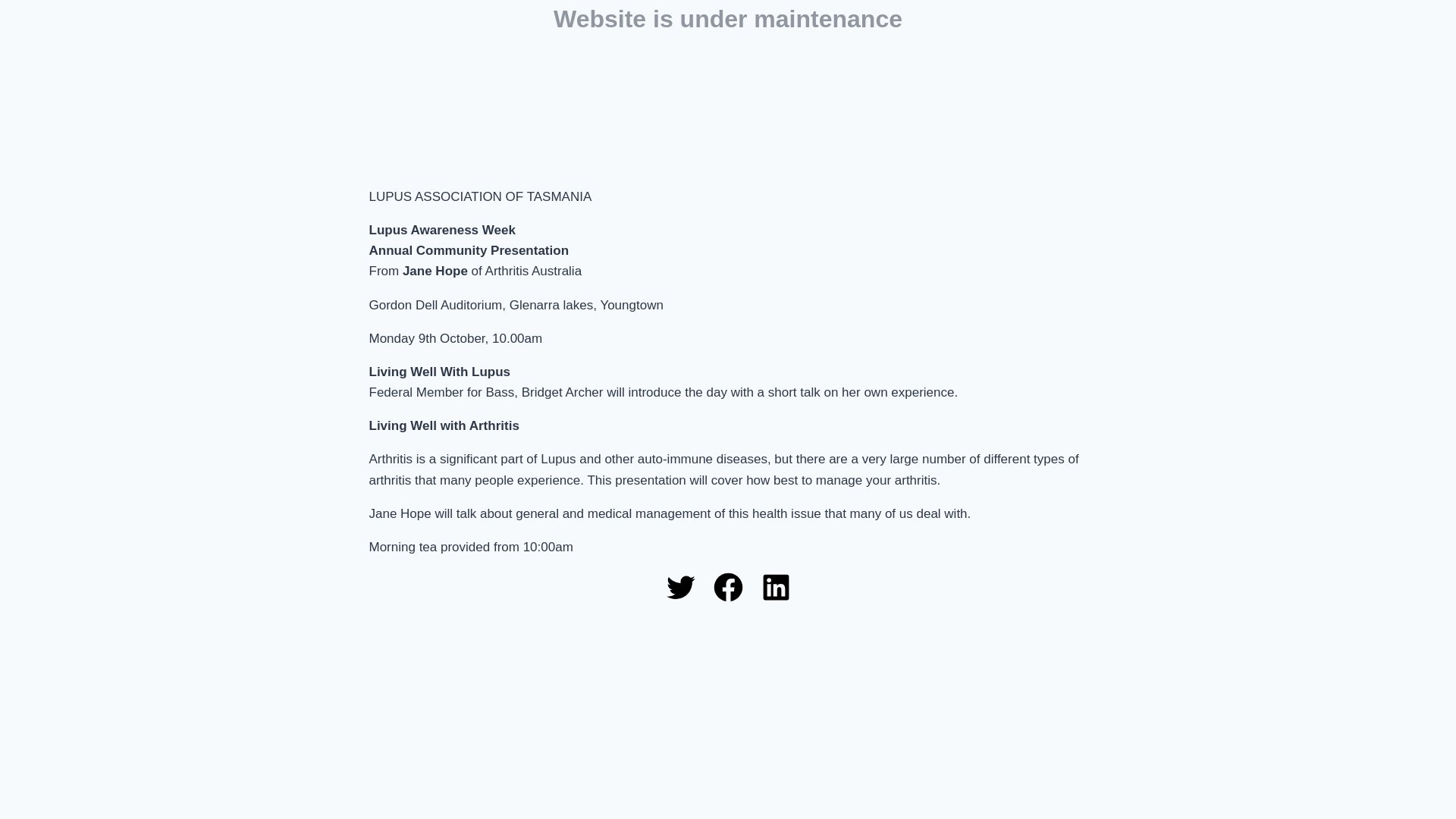 The image size is (1456, 819). I want to click on 'LinkedIn', so click(775, 586).